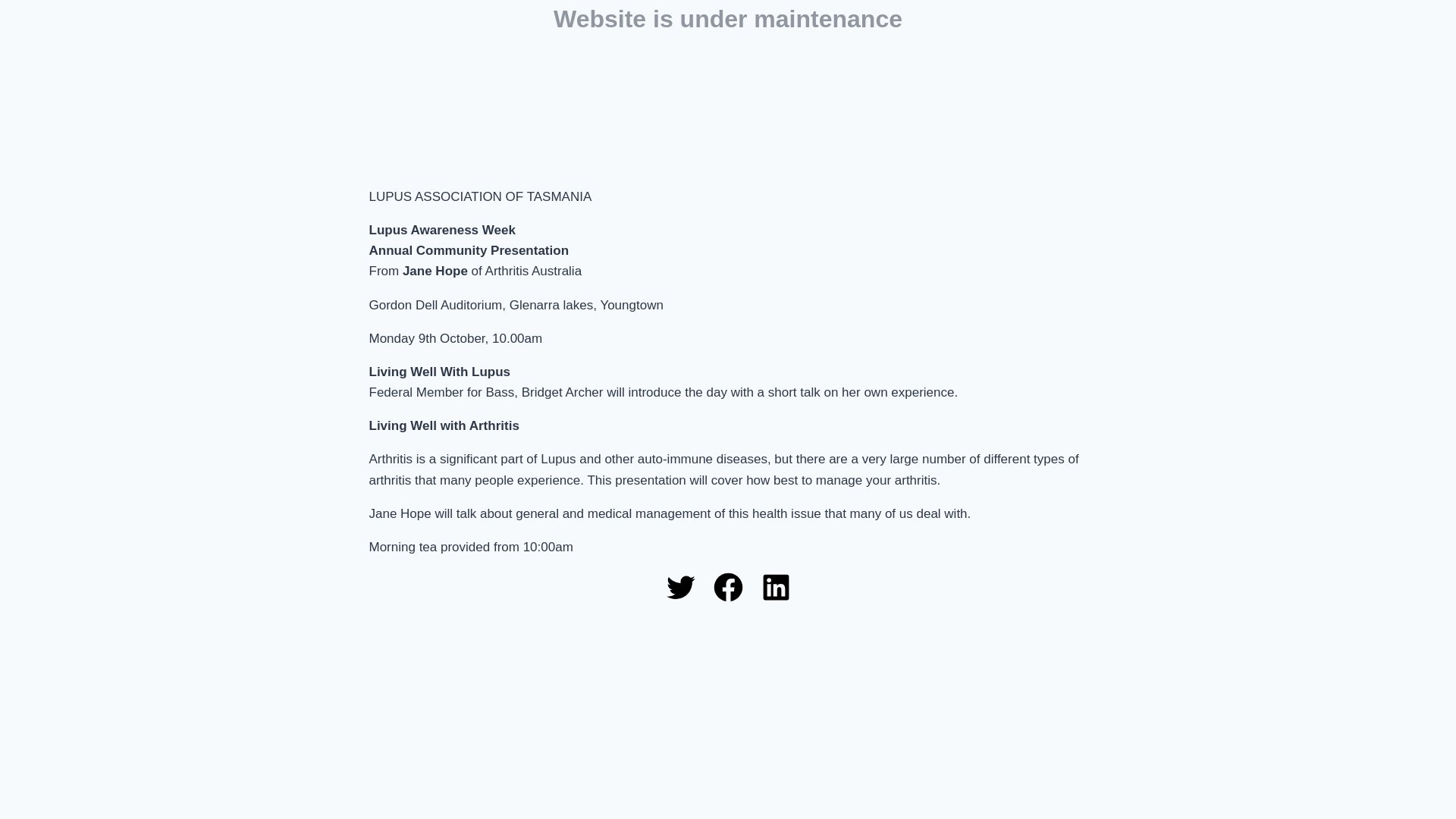 The image size is (1456, 819). I want to click on 'LinkedIn', so click(775, 586).